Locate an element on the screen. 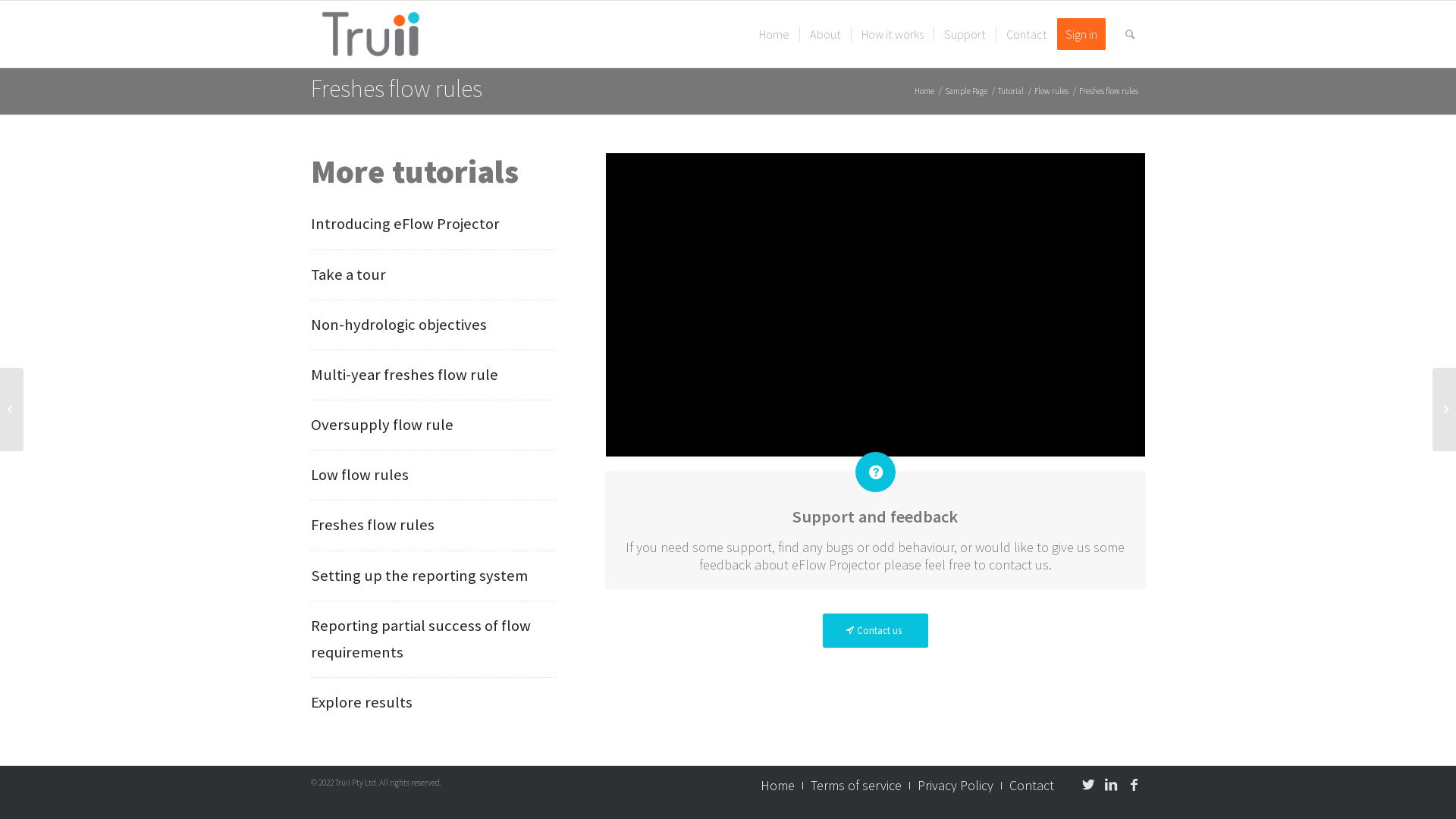 The image size is (1456, 819). 'Home' is located at coordinates (777, 785).